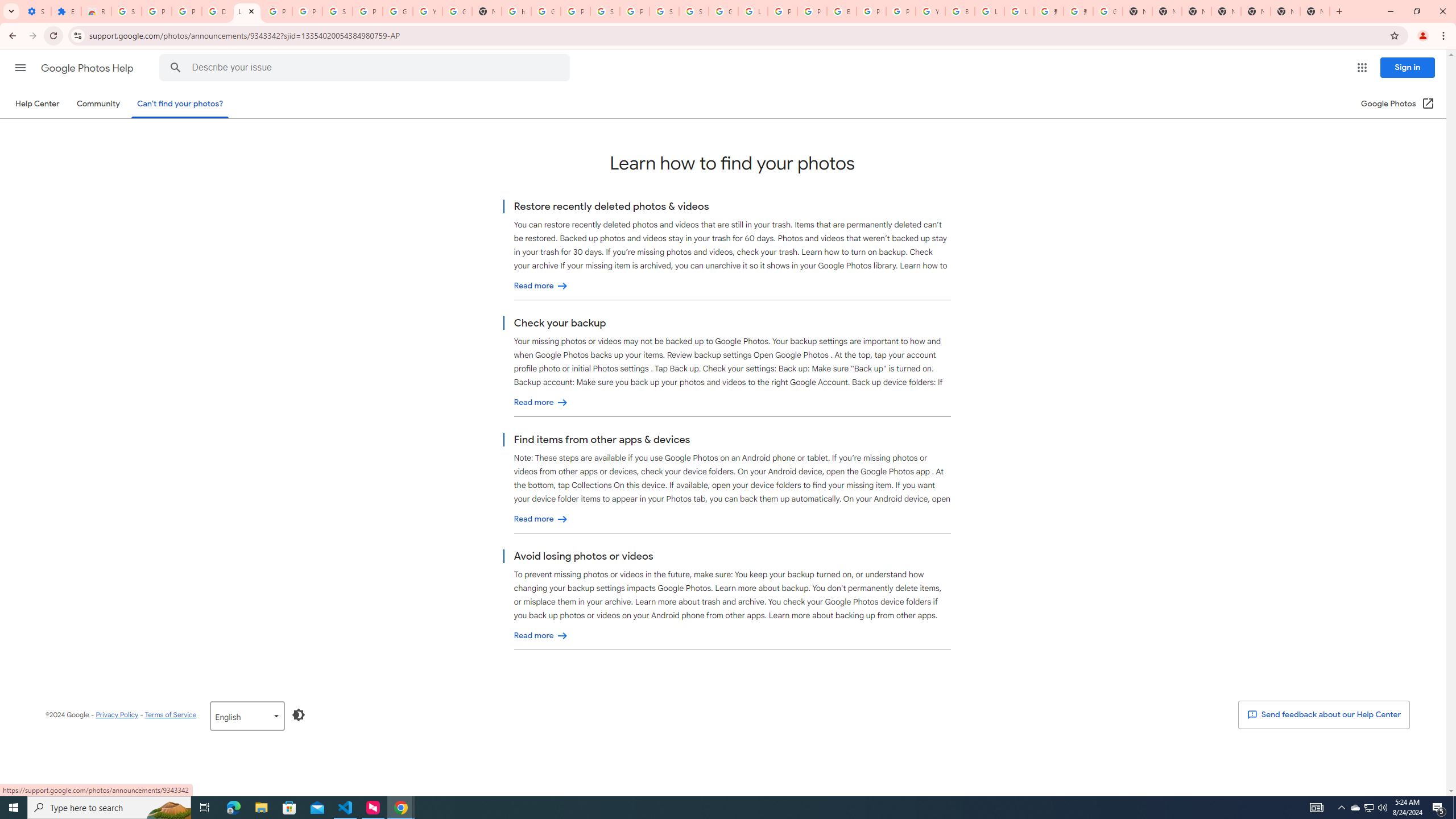 The image size is (1456, 819). What do you see at coordinates (782, 11) in the screenshot?
I see `'Privacy Help Center - Policies Help'` at bounding box center [782, 11].